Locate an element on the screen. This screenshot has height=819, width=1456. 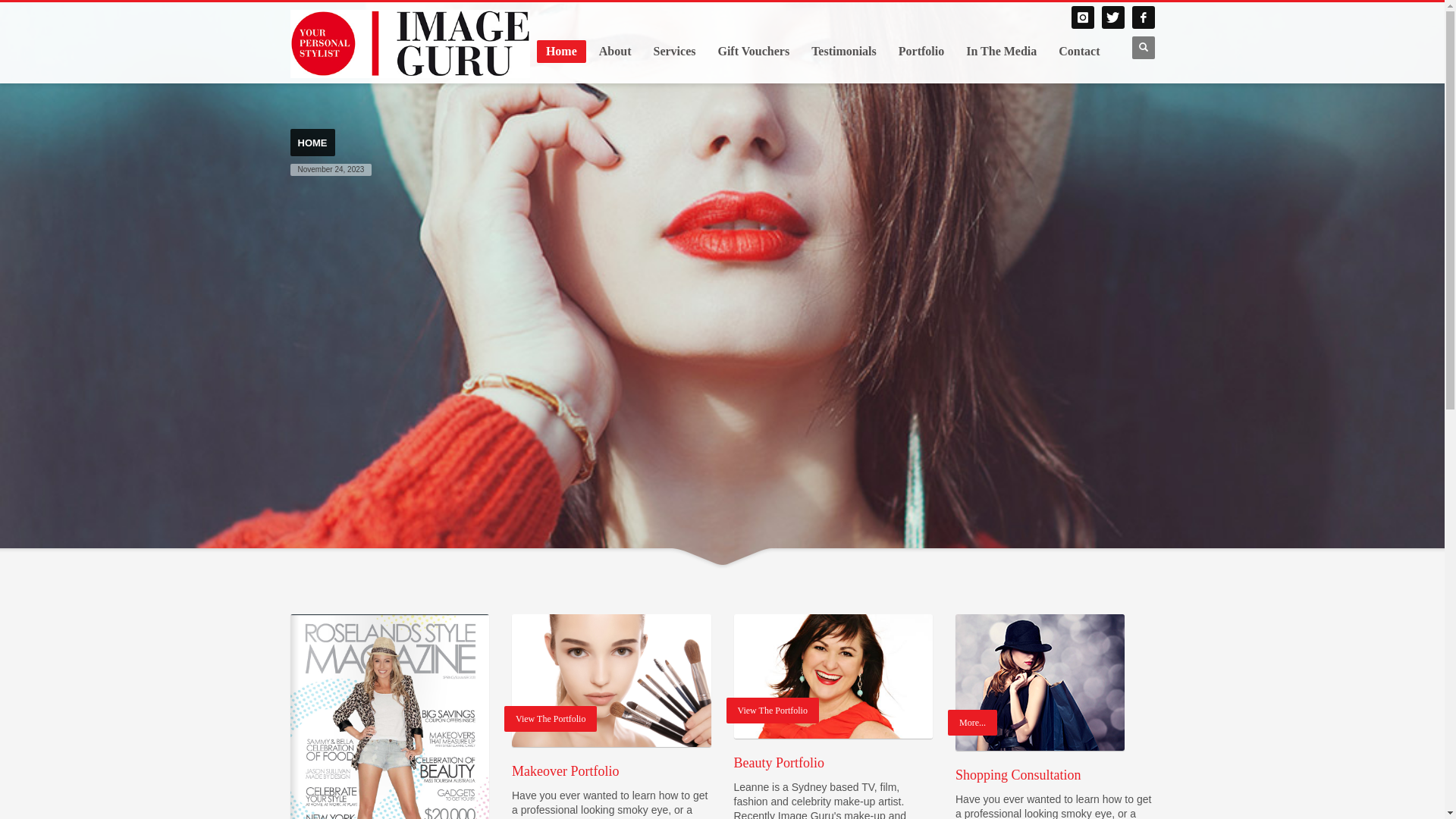
'Instagram' is located at coordinates (1081, 17).